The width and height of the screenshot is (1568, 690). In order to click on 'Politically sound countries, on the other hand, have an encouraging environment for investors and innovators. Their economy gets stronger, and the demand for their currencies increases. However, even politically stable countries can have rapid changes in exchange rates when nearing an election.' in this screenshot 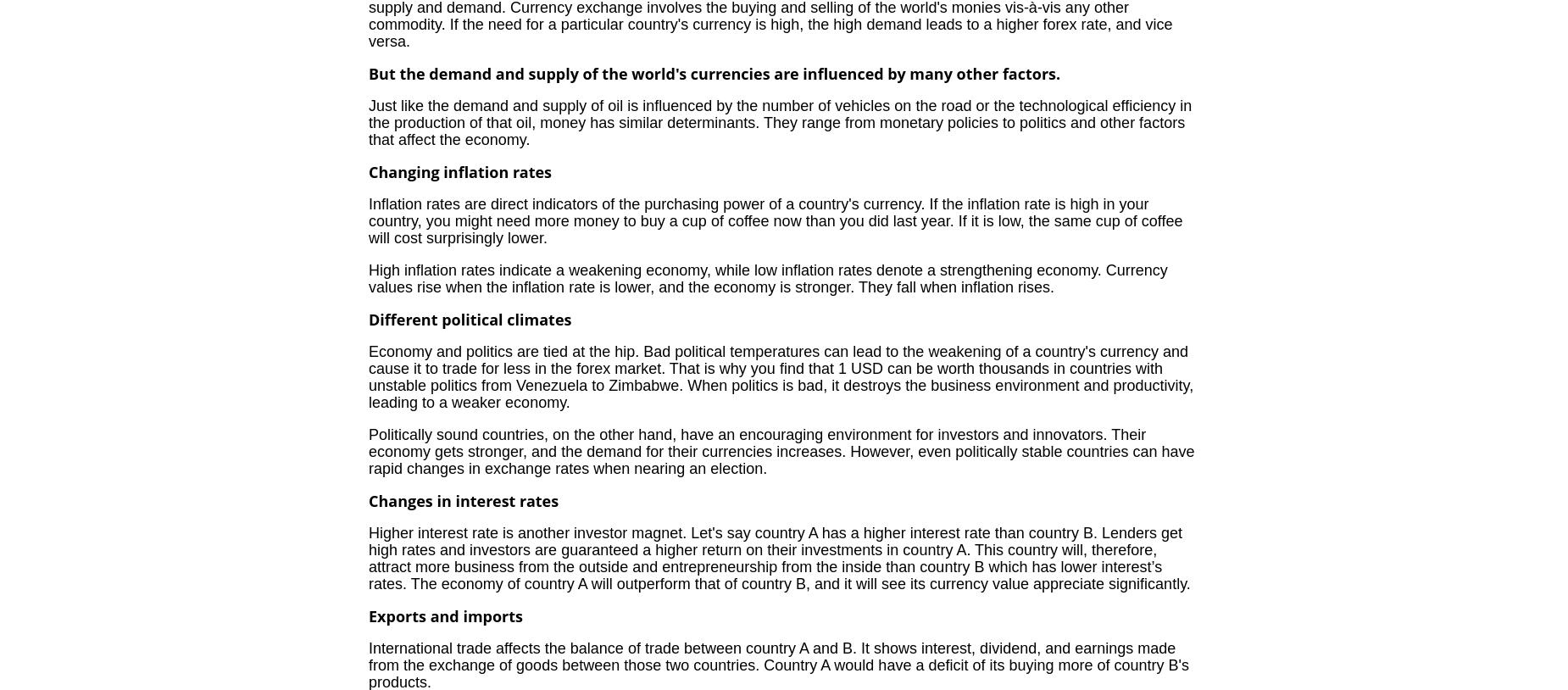, I will do `click(367, 451)`.